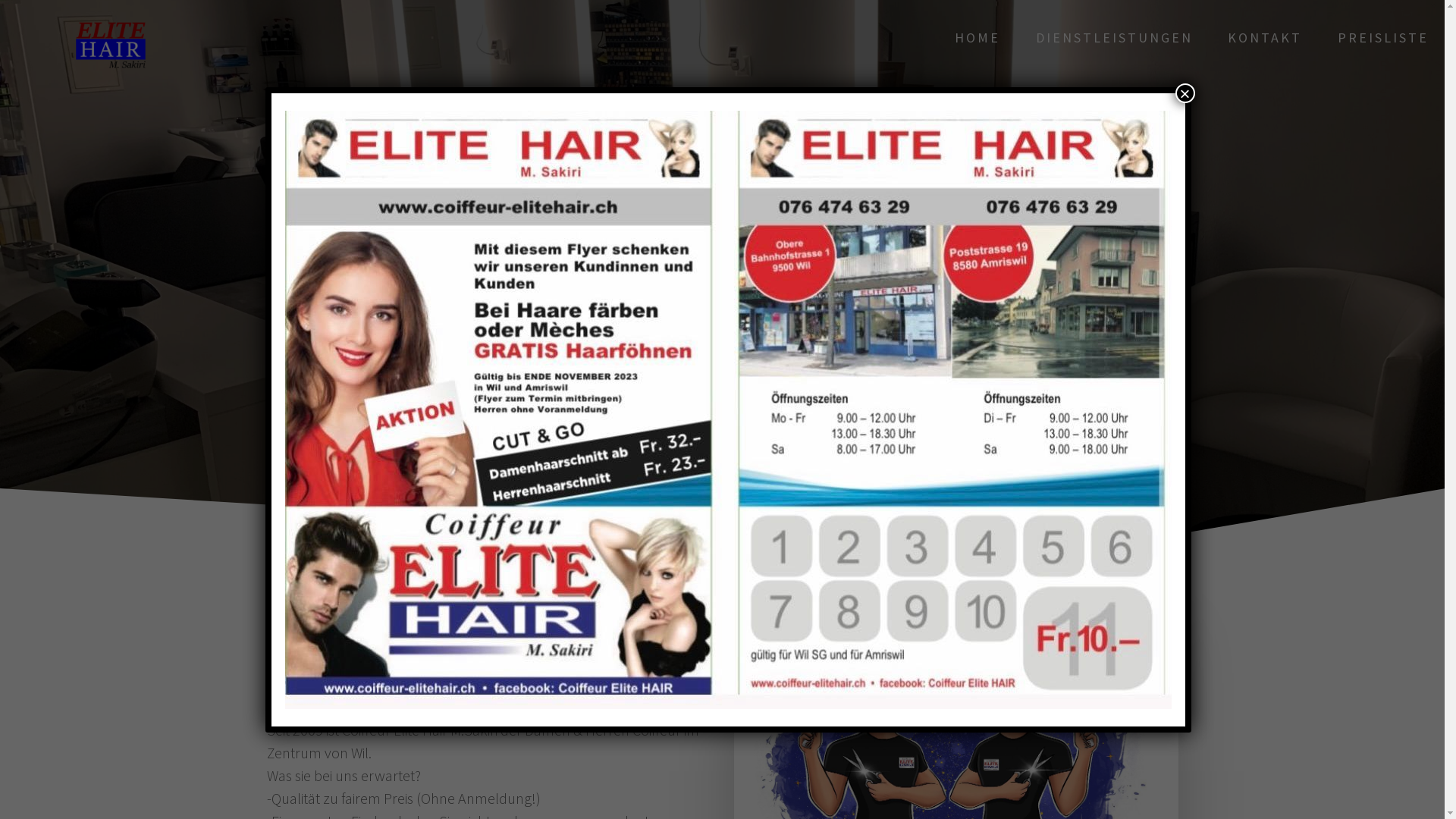 This screenshot has height=819, width=1456. Describe the element at coordinates (1114, 37) in the screenshot. I see `'DIENSTLEISTUNGEN'` at that location.